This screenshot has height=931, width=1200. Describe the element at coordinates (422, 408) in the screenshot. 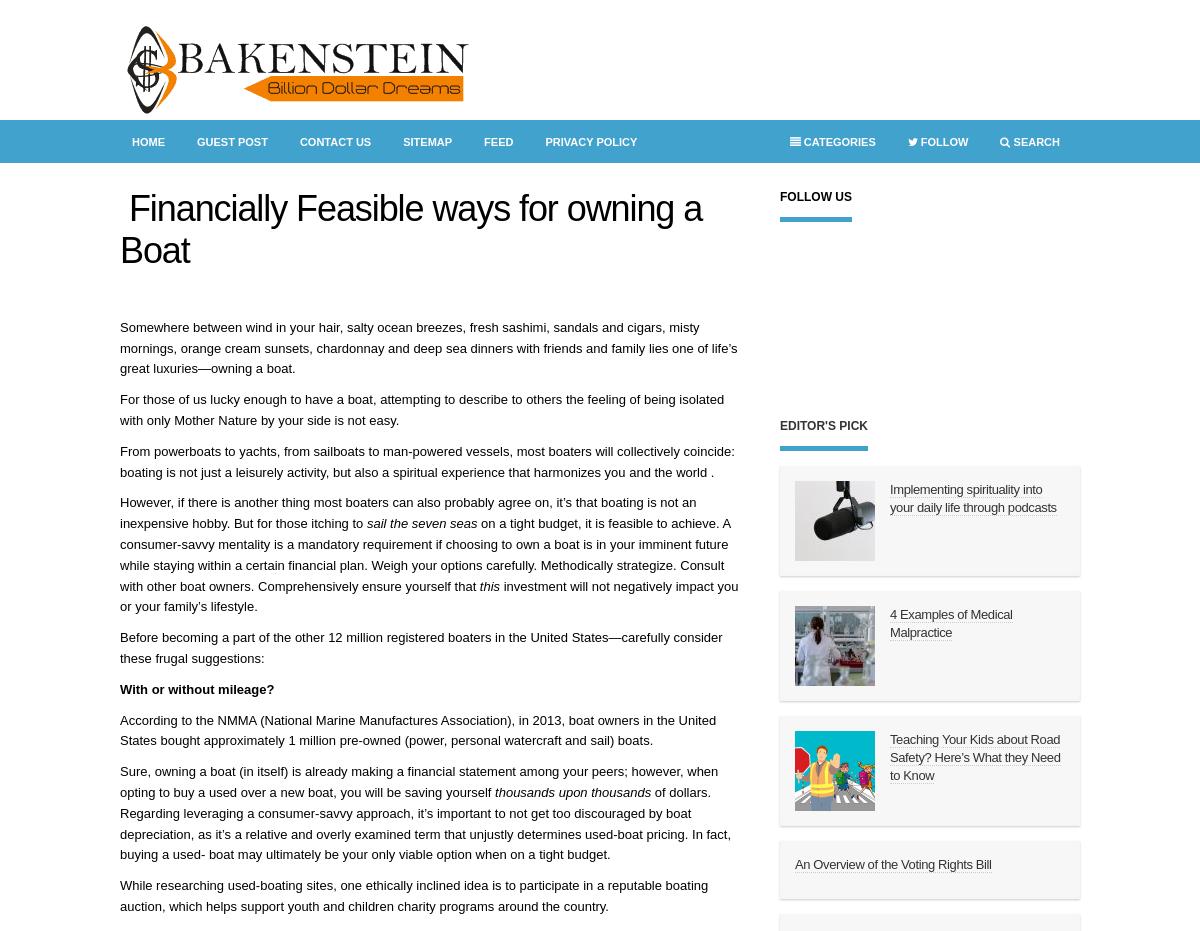

I see `'For those of us lucky enough to have a boat, attempting to describe to others the feeling of being isolated with only Mother Nature by your side is not easy.'` at that location.